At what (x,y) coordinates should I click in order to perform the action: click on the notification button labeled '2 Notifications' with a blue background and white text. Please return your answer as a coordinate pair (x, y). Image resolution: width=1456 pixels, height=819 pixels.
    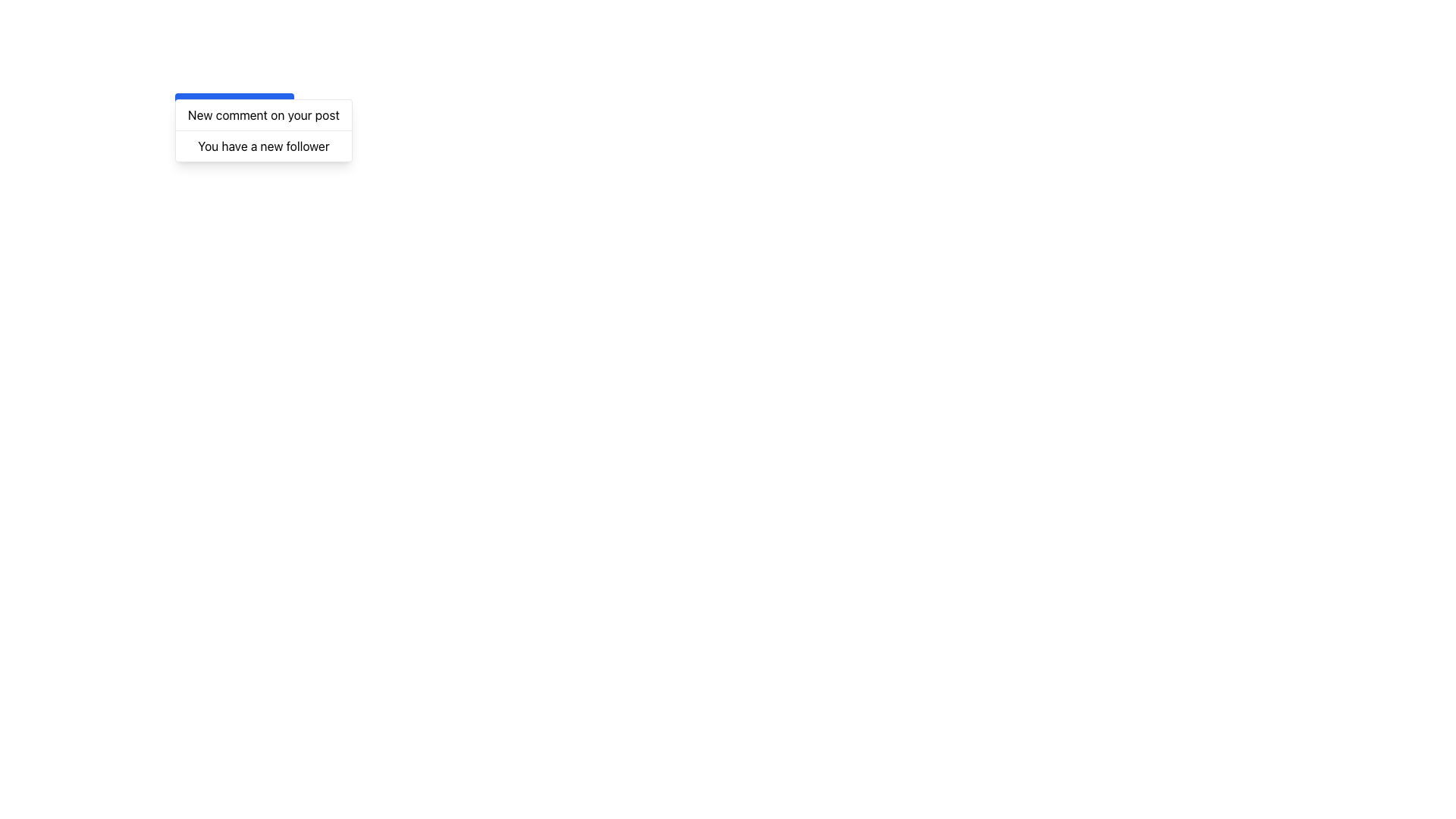
    Looking at the image, I should click on (234, 107).